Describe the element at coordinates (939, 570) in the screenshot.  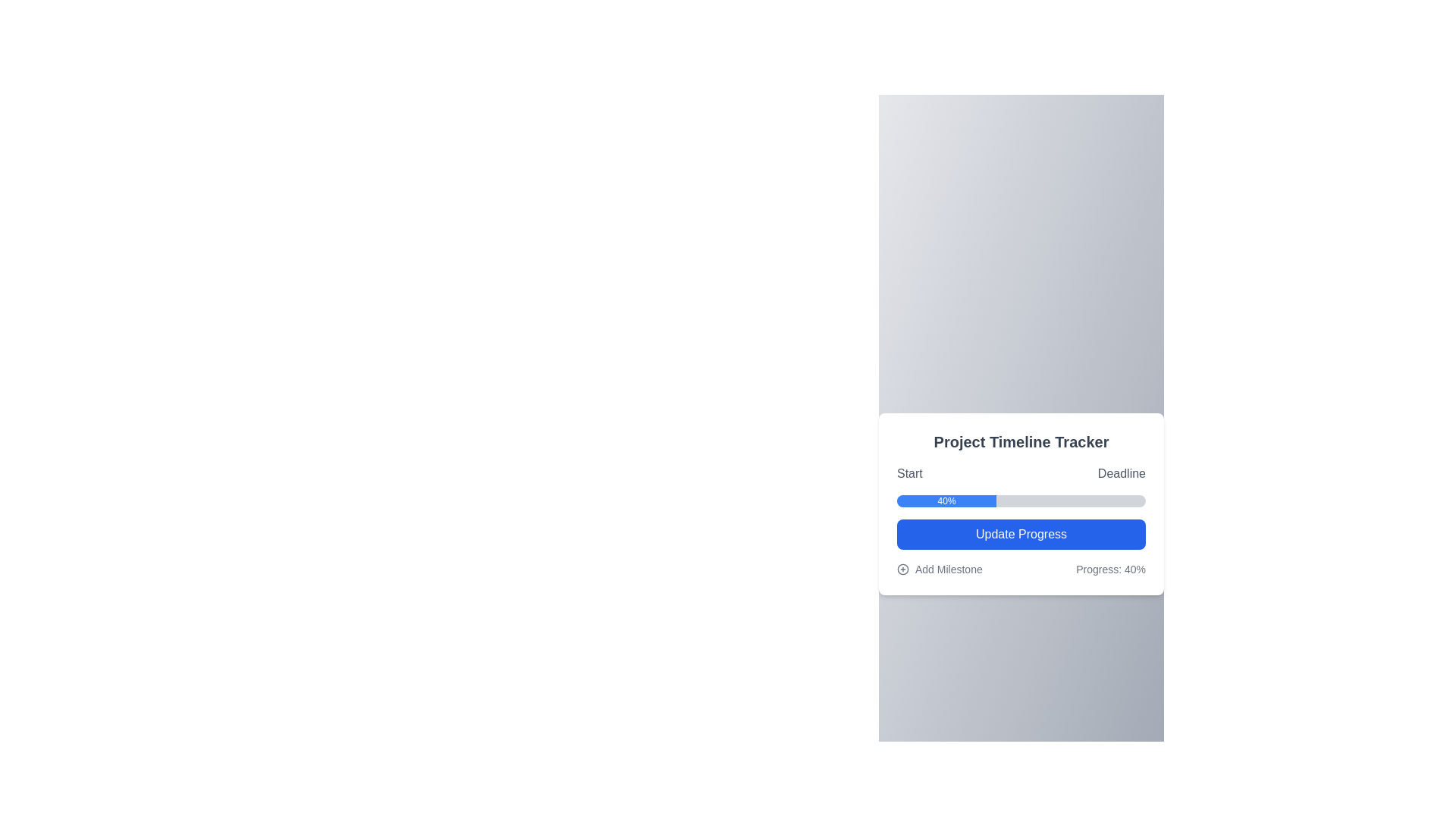
I see `the 'Add Milestone' button with a circular '+' icon to change its text color to blue` at that location.